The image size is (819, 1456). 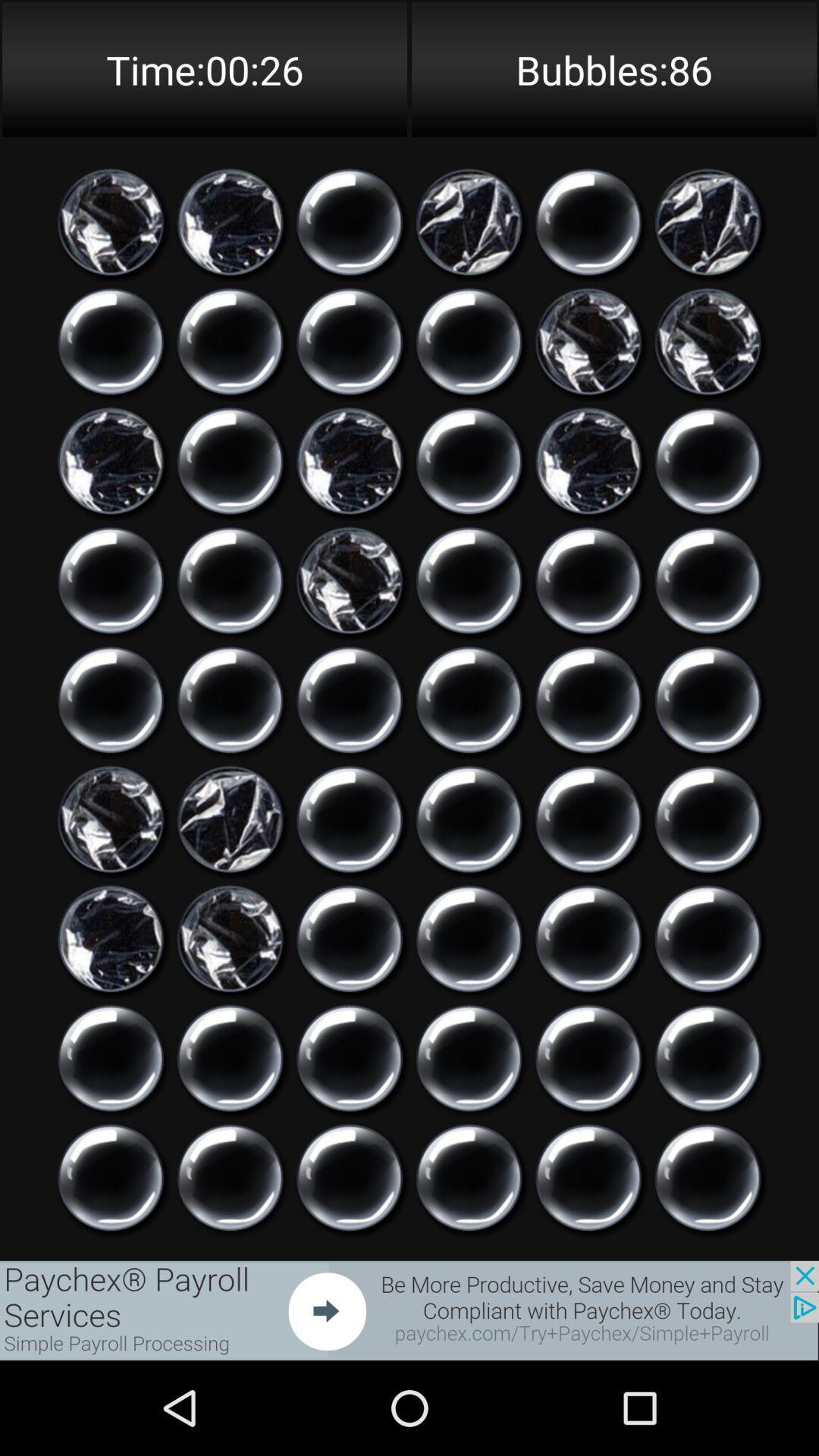 What do you see at coordinates (350, 749) in the screenshot?
I see `the refresh icon` at bounding box center [350, 749].